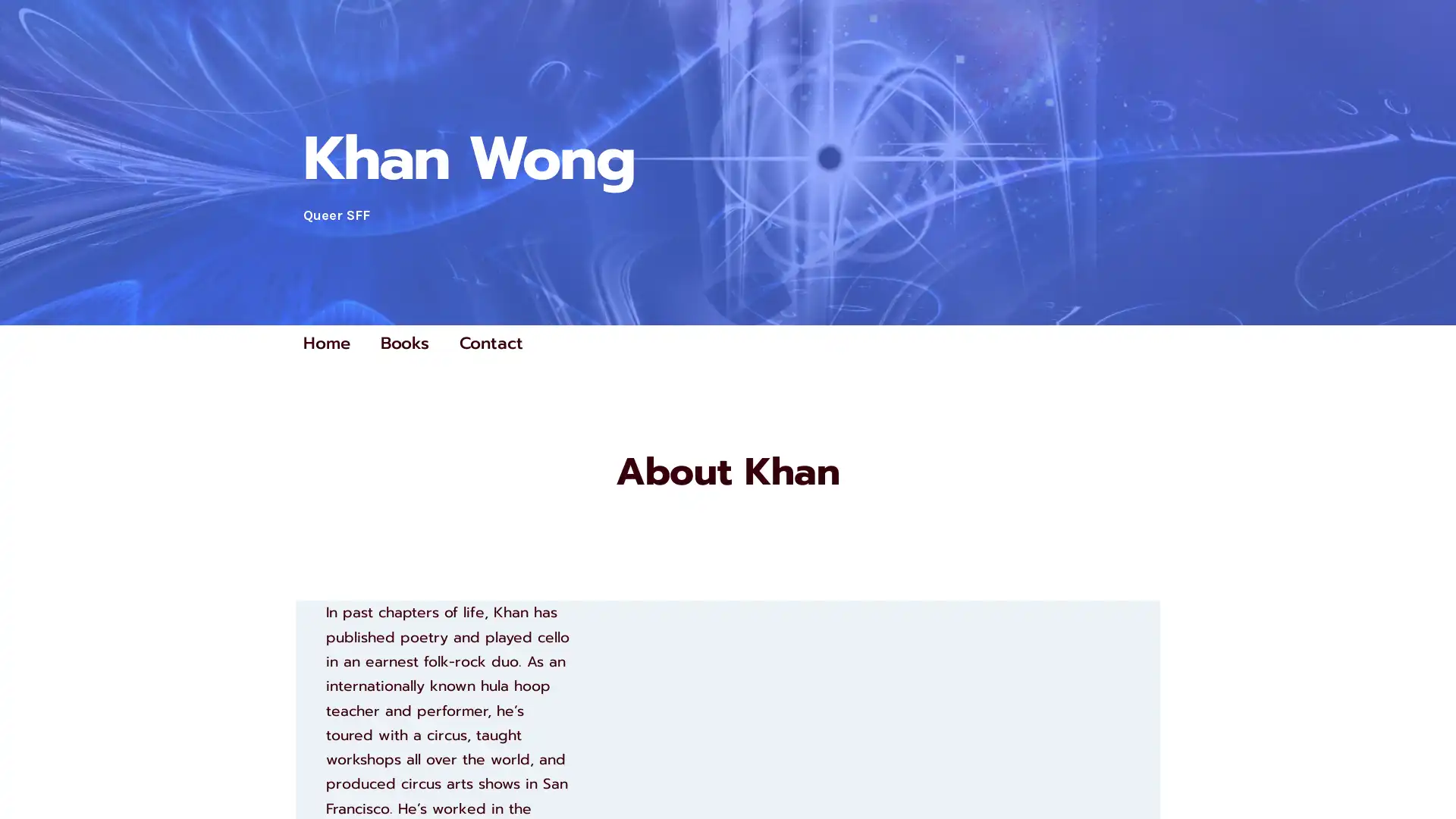 This screenshot has height=819, width=1456. What do you see at coordinates (1426, 767) in the screenshot?
I see `Scroll to top` at bounding box center [1426, 767].